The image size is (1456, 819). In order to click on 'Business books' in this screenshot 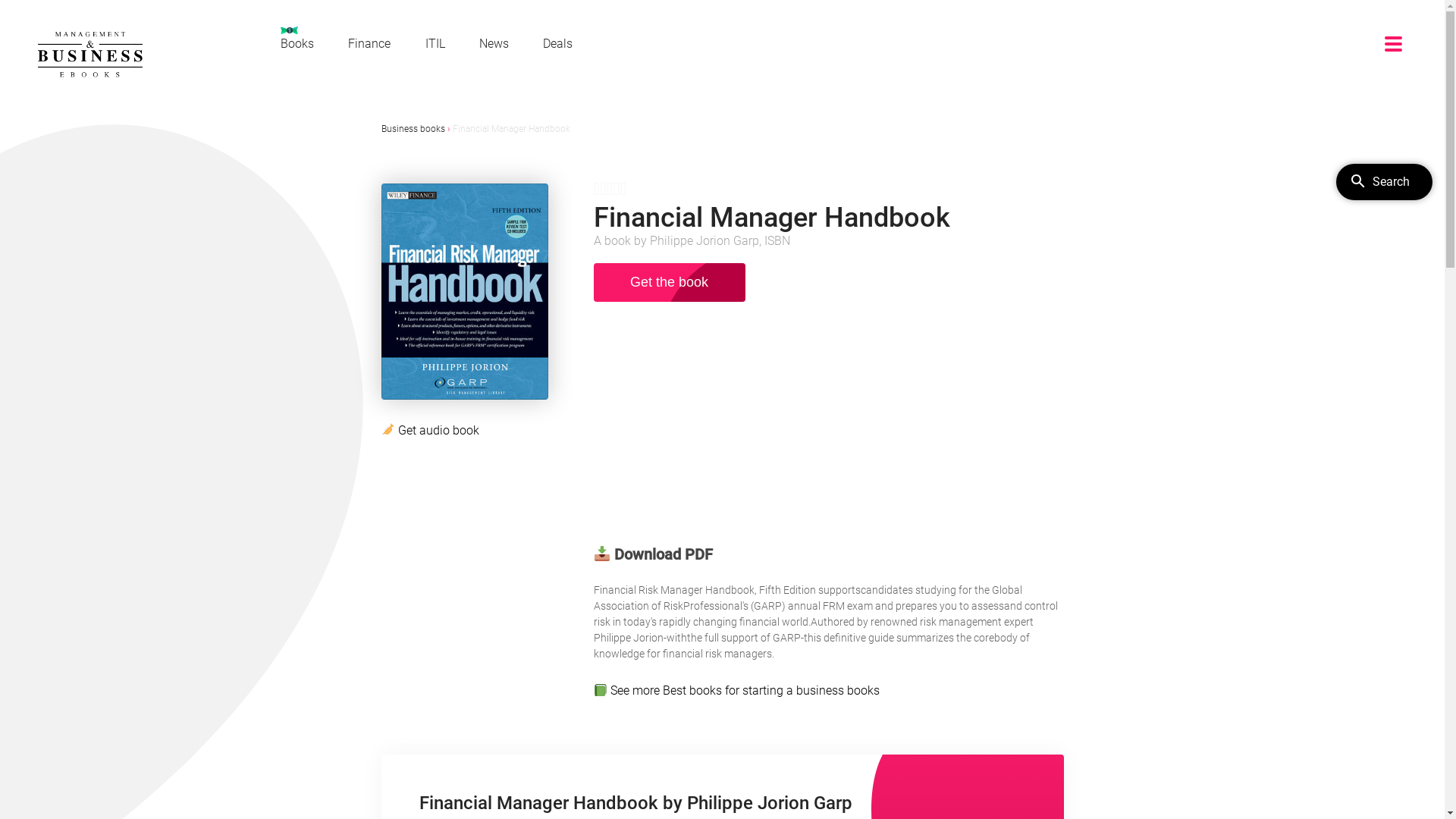, I will do `click(412, 127)`.